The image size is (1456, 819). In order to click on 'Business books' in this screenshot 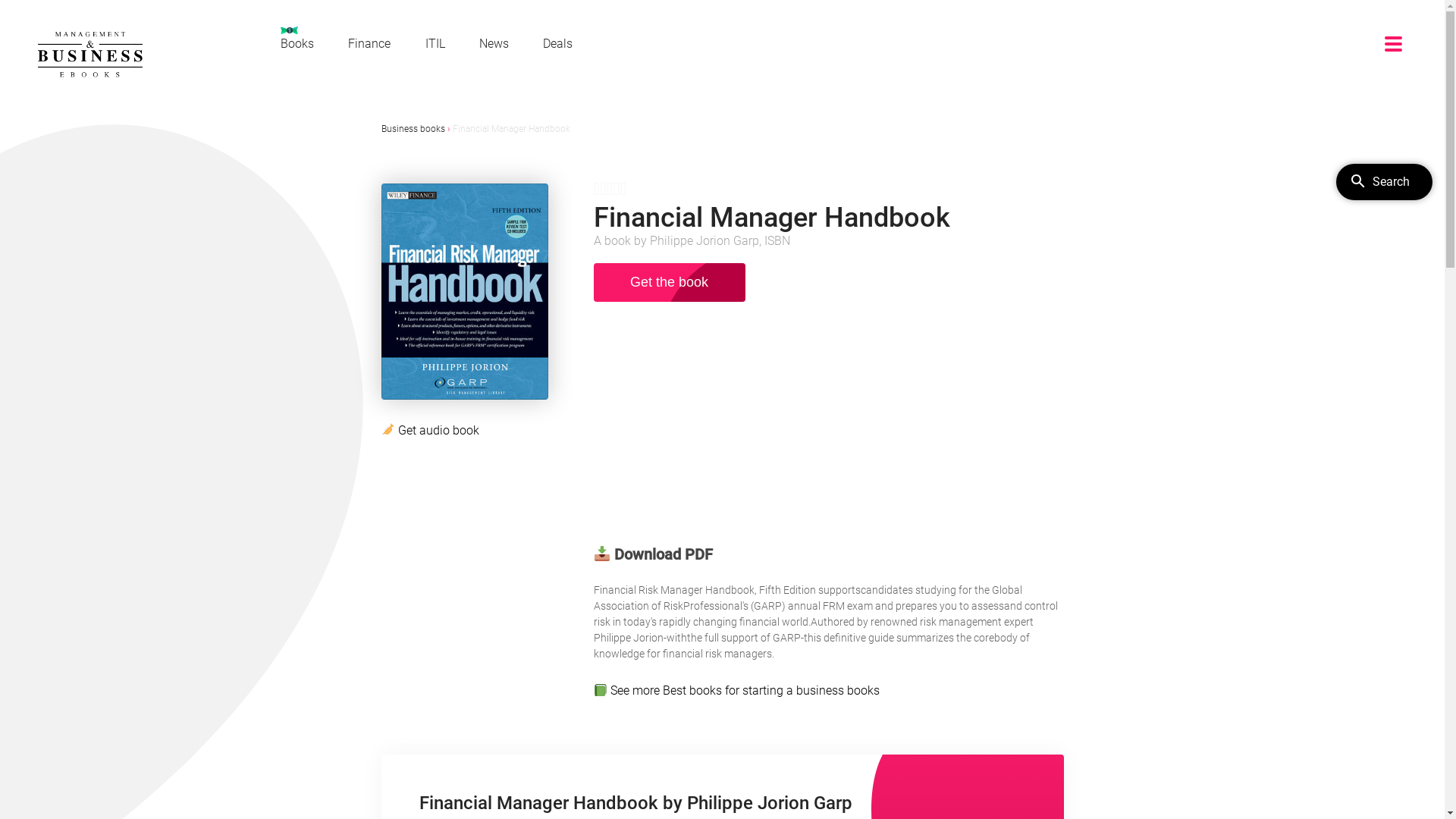, I will do `click(412, 127)`.